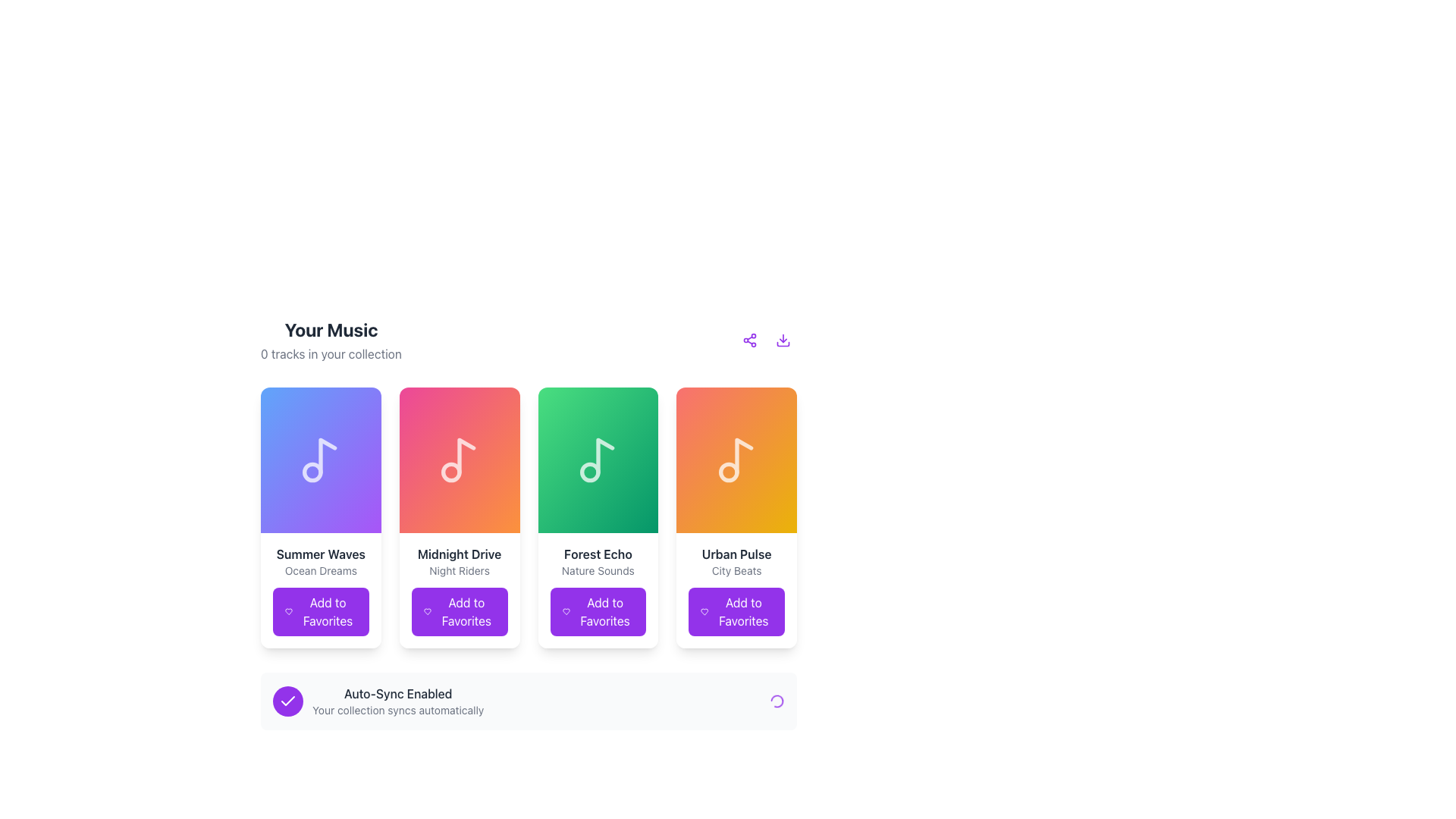  Describe the element at coordinates (398, 693) in the screenshot. I see `the static text label displaying 'Auto-Sync Enabled', which is styled in dark gray and located above the text 'Your collection syncs automatically'` at that location.